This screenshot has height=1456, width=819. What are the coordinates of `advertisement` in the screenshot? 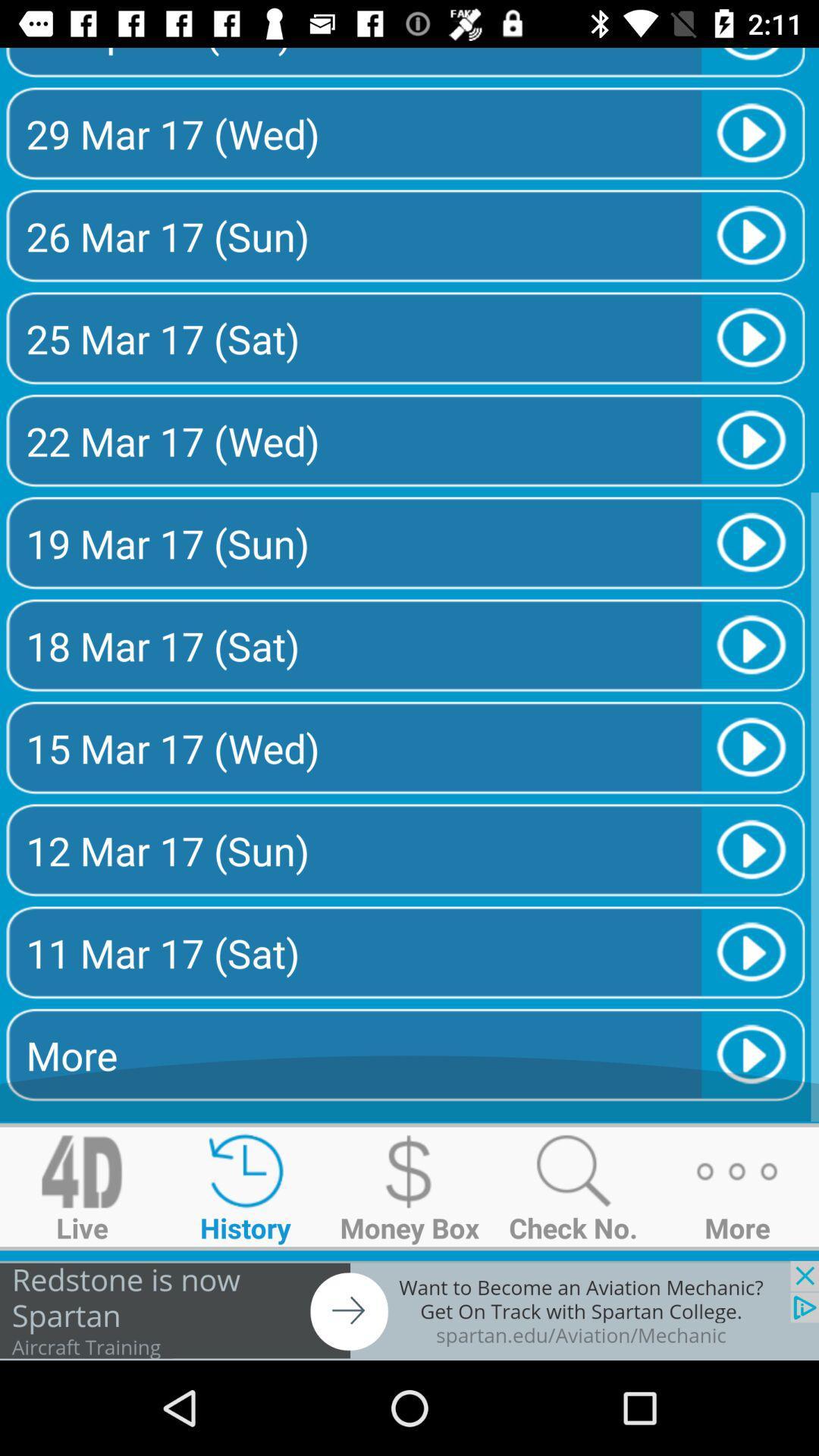 It's located at (409, 1310).